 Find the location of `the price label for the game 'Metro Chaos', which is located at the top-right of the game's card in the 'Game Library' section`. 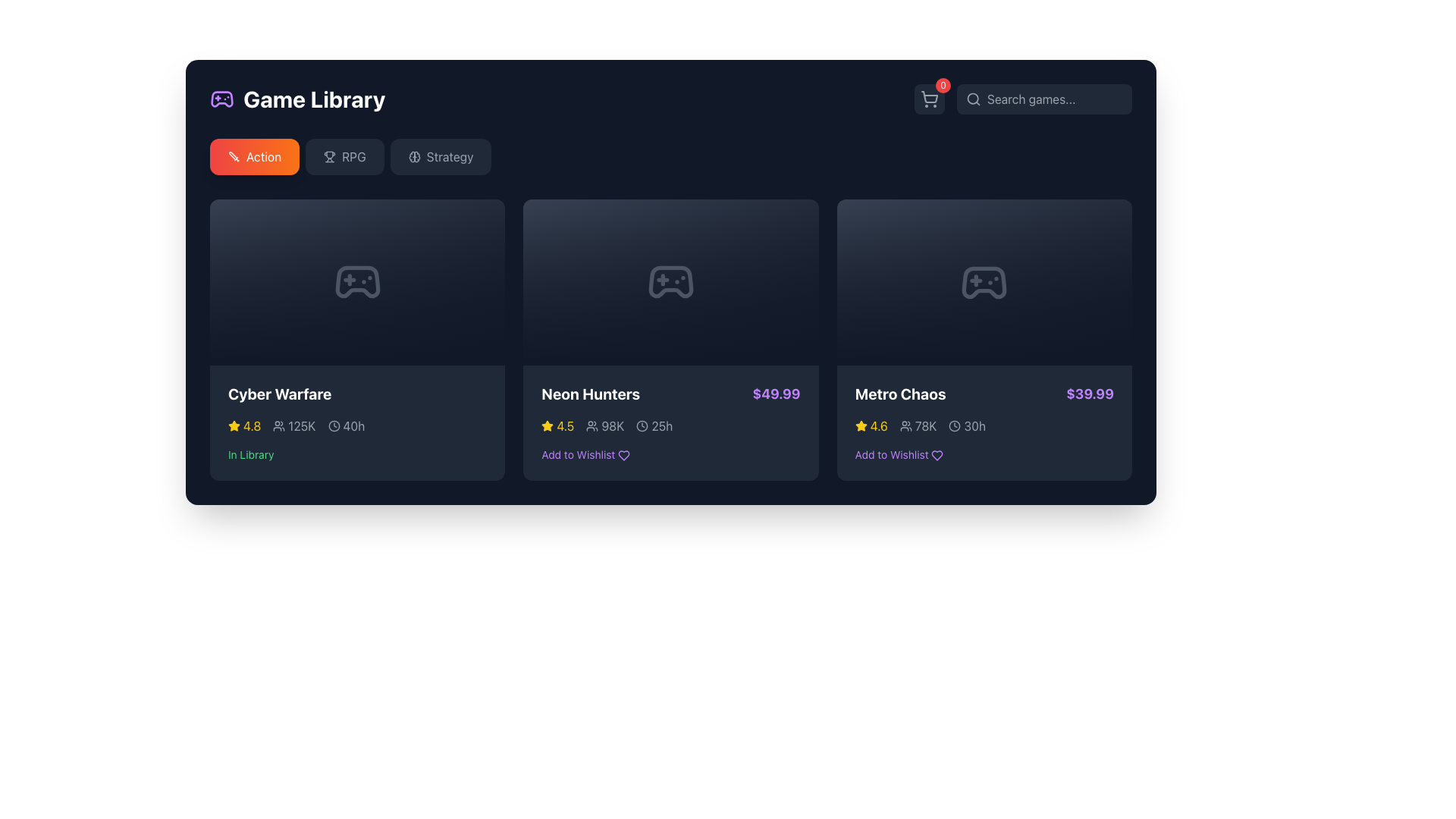

the price label for the game 'Metro Chaos', which is located at the top-right of the game's card in the 'Game Library' section is located at coordinates (1089, 394).